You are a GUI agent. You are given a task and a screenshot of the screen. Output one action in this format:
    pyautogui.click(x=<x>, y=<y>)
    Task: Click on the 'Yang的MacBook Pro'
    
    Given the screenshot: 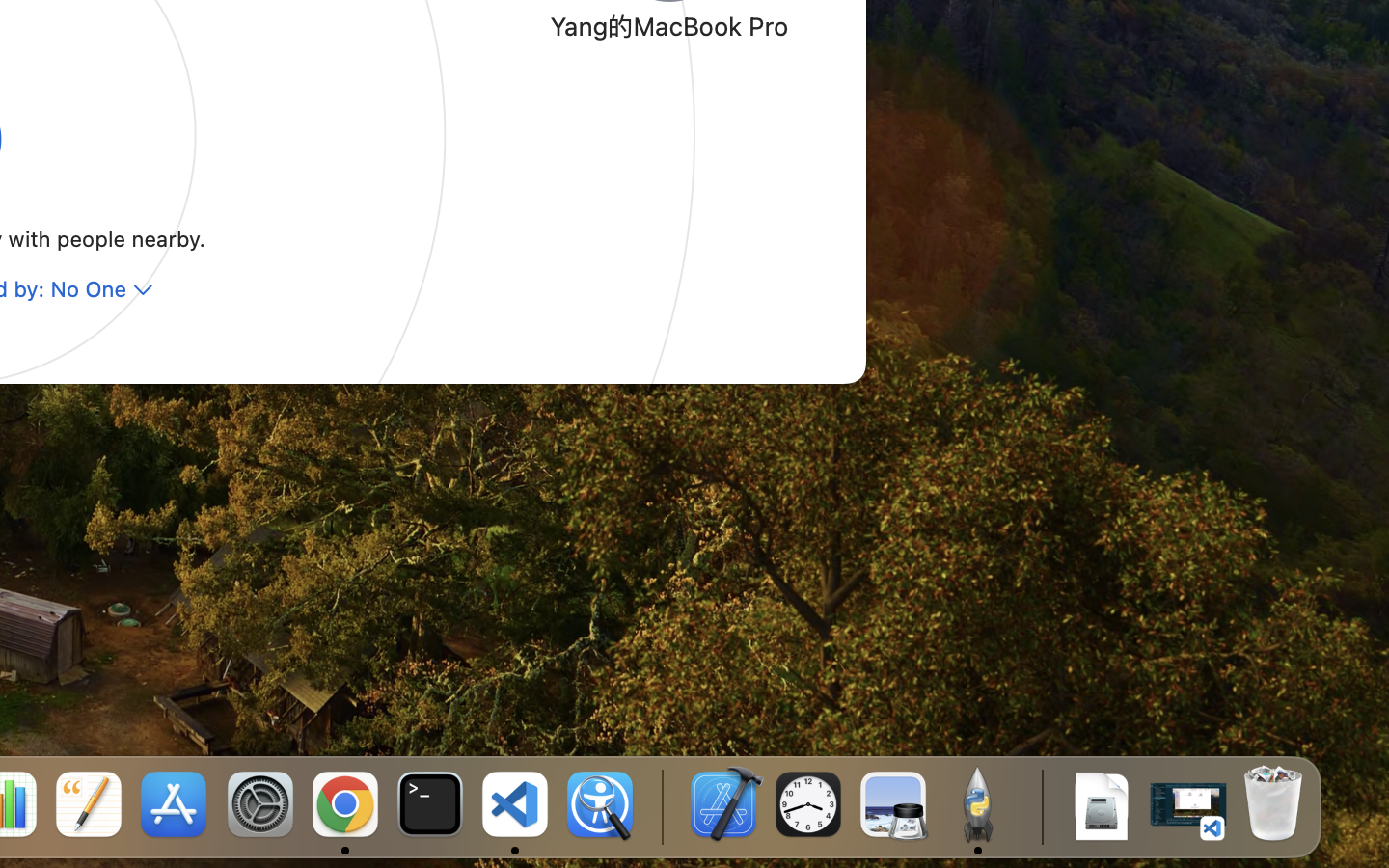 What is the action you would take?
    pyautogui.click(x=668, y=24)
    